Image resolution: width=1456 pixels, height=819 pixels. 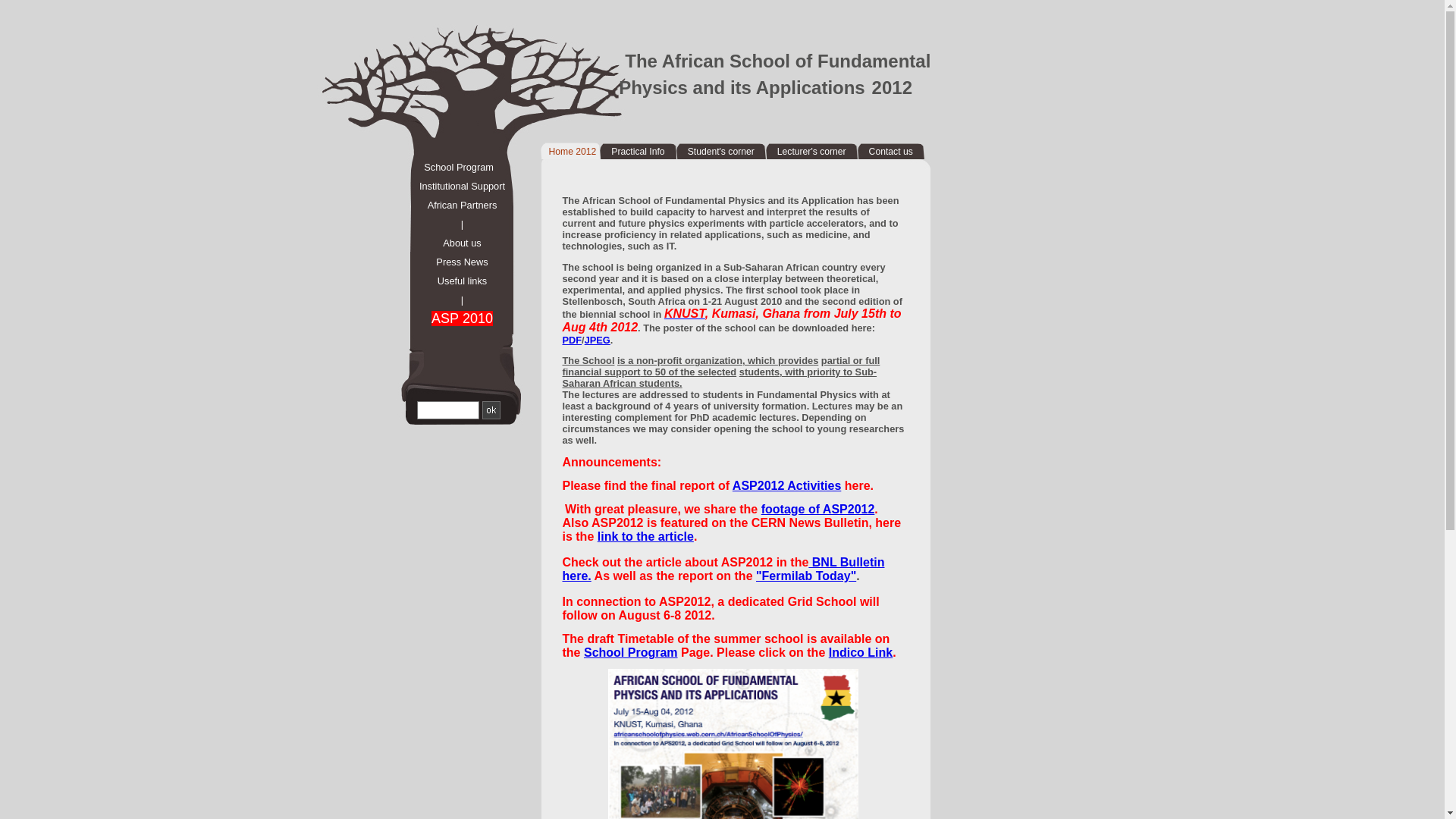 I want to click on 'Contact us', so click(x=858, y=152).